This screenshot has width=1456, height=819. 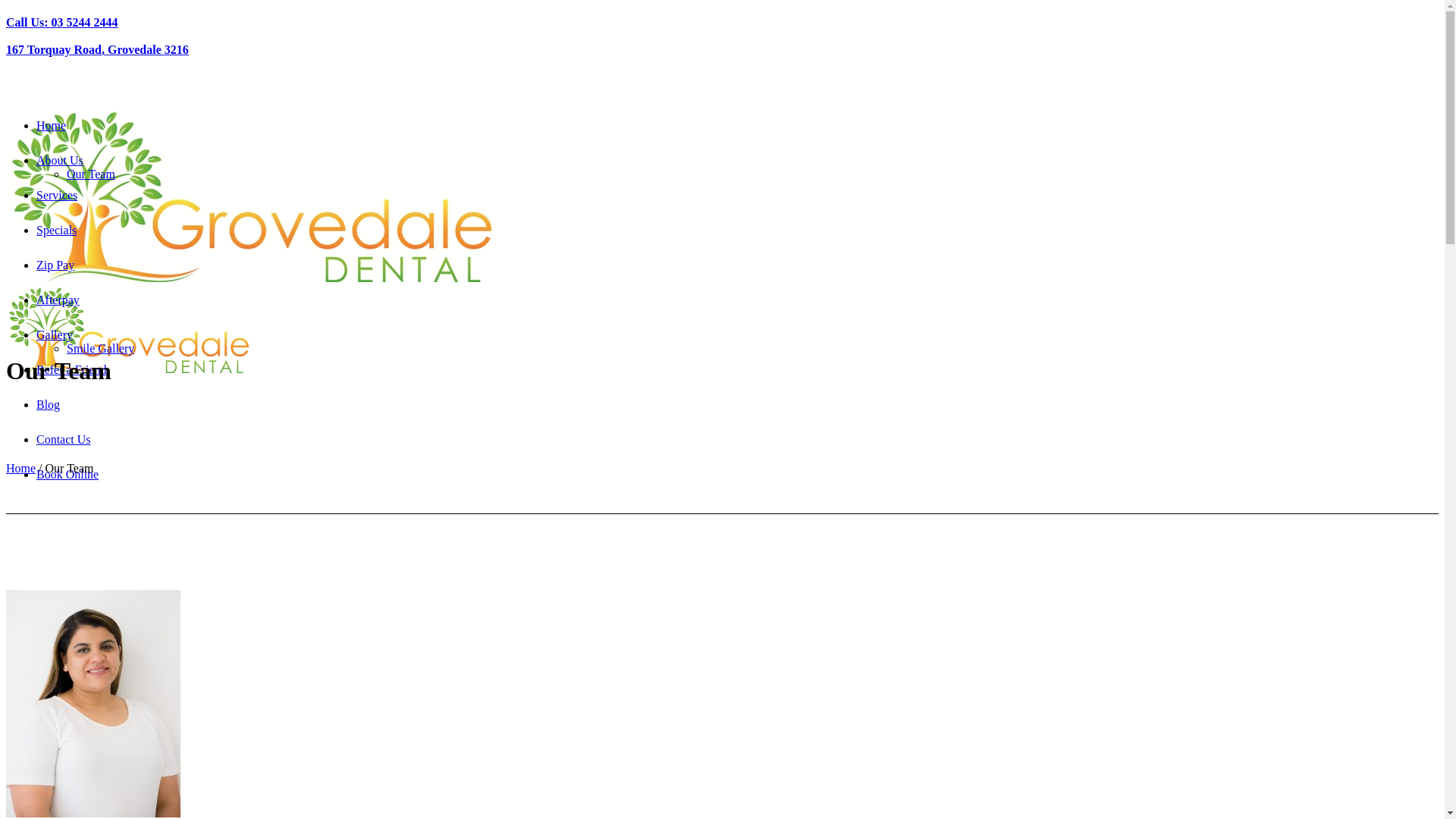 I want to click on 'Afterpay', so click(x=36, y=300).